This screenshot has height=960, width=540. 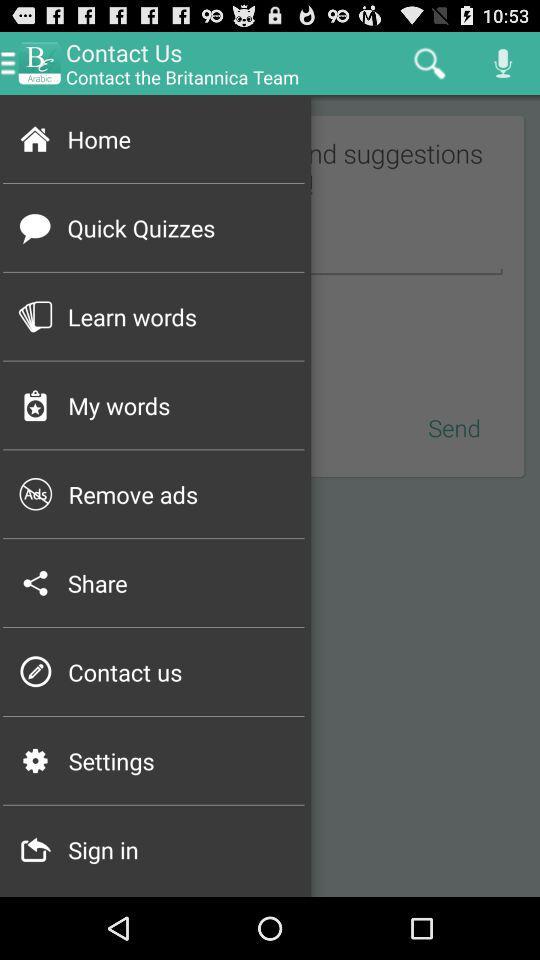 What do you see at coordinates (455, 427) in the screenshot?
I see `the send button` at bounding box center [455, 427].